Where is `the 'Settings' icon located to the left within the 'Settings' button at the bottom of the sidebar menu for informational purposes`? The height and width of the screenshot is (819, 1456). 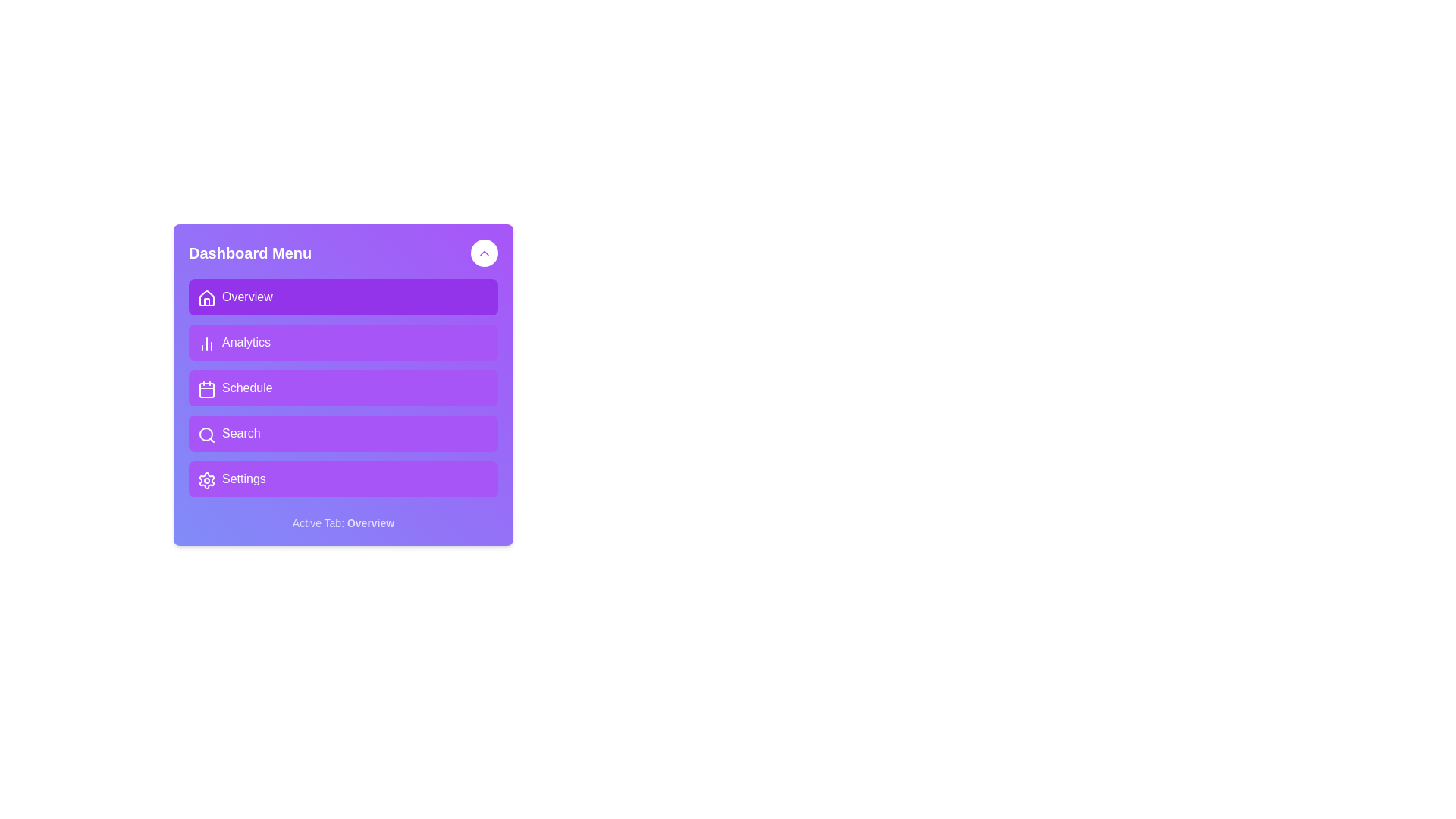
the 'Settings' icon located to the left within the 'Settings' button at the bottom of the sidebar menu for informational purposes is located at coordinates (204, 479).